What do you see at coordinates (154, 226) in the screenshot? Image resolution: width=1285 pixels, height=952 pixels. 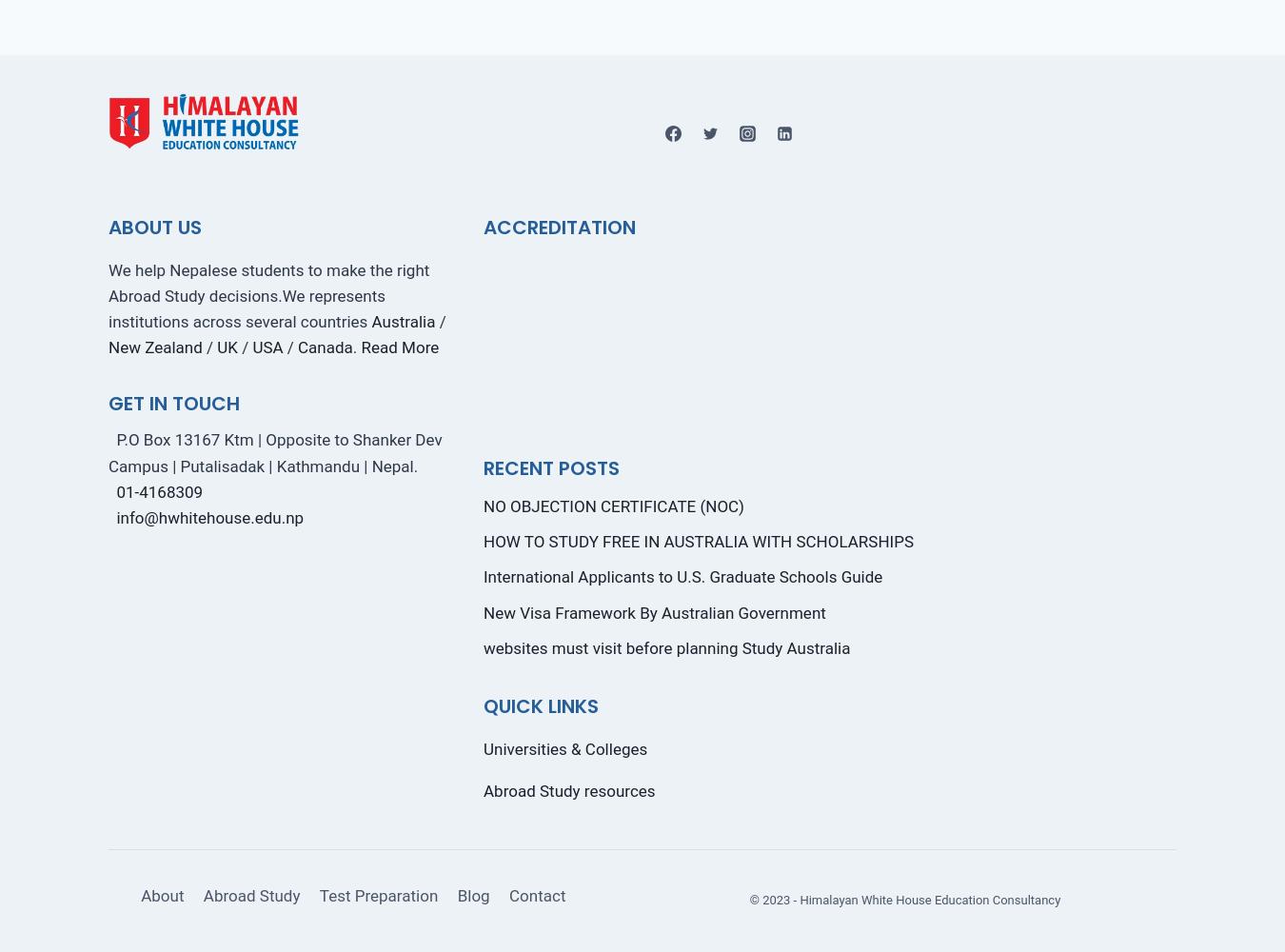 I see `'About Us'` at bounding box center [154, 226].